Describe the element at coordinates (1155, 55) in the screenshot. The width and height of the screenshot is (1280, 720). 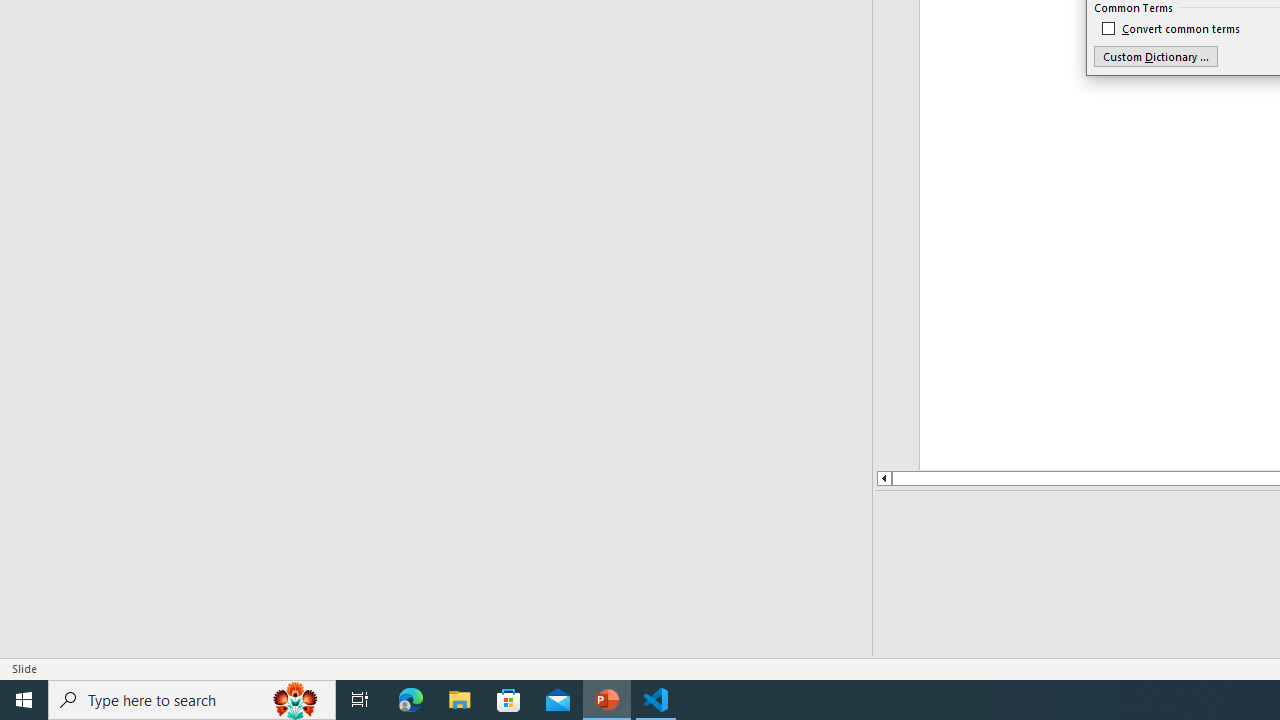
I see `'Custom Dictionary ...'` at that location.